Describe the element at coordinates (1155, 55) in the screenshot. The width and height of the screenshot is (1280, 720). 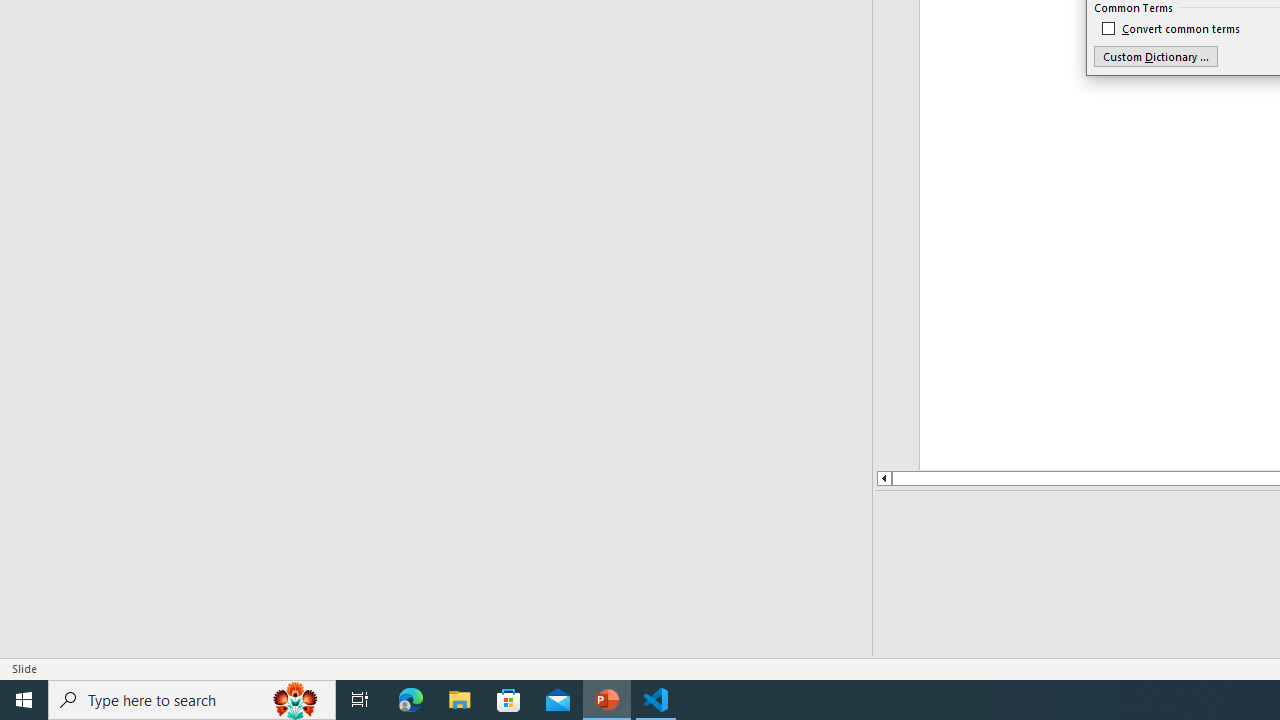
I see `'Custom Dictionary ...'` at that location.